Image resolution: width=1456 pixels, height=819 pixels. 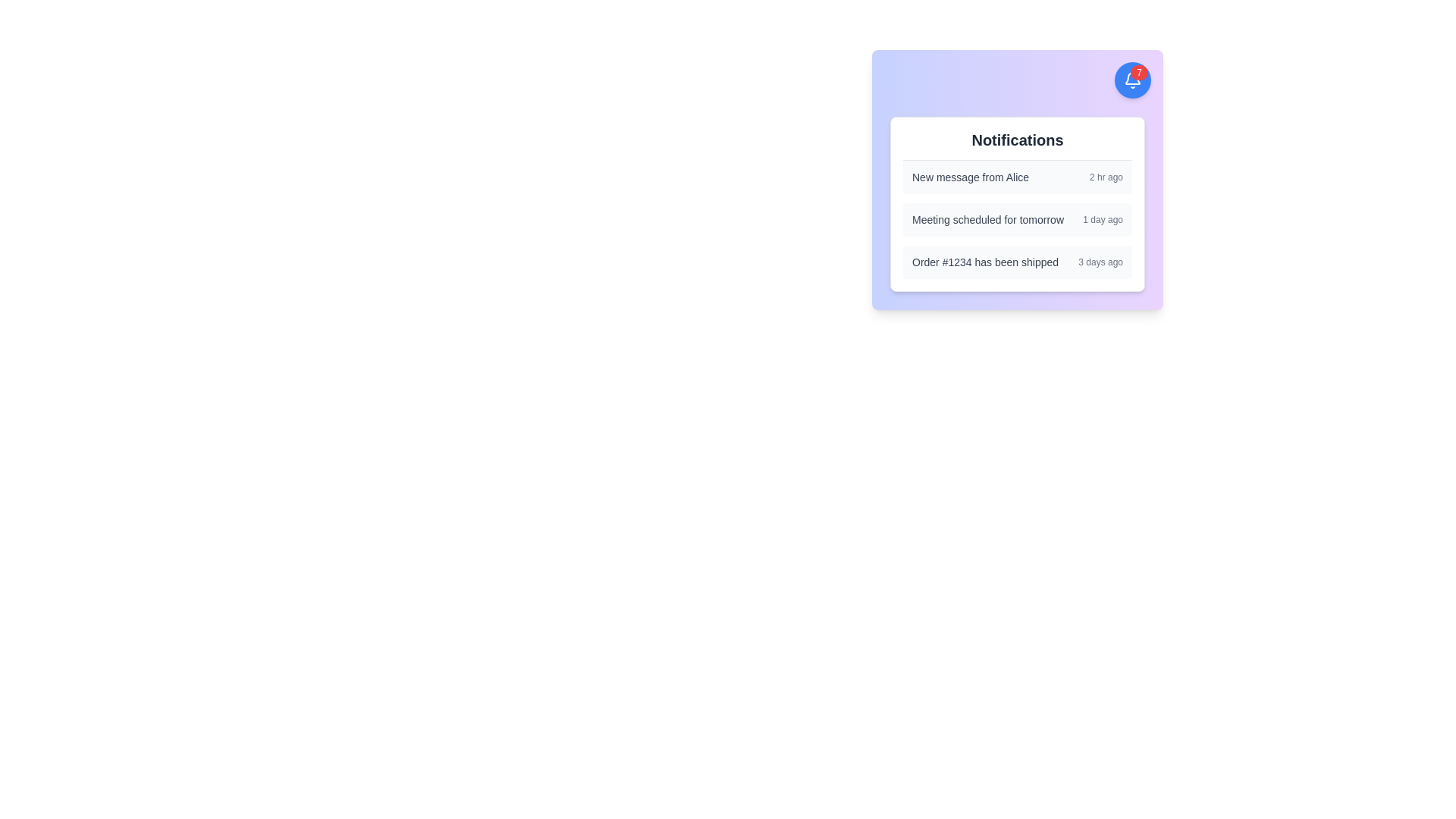 What do you see at coordinates (1106, 177) in the screenshot?
I see `the timestamp text label located to the right of 'New message from Alice' in the first notification item of the vertical list` at bounding box center [1106, 177].